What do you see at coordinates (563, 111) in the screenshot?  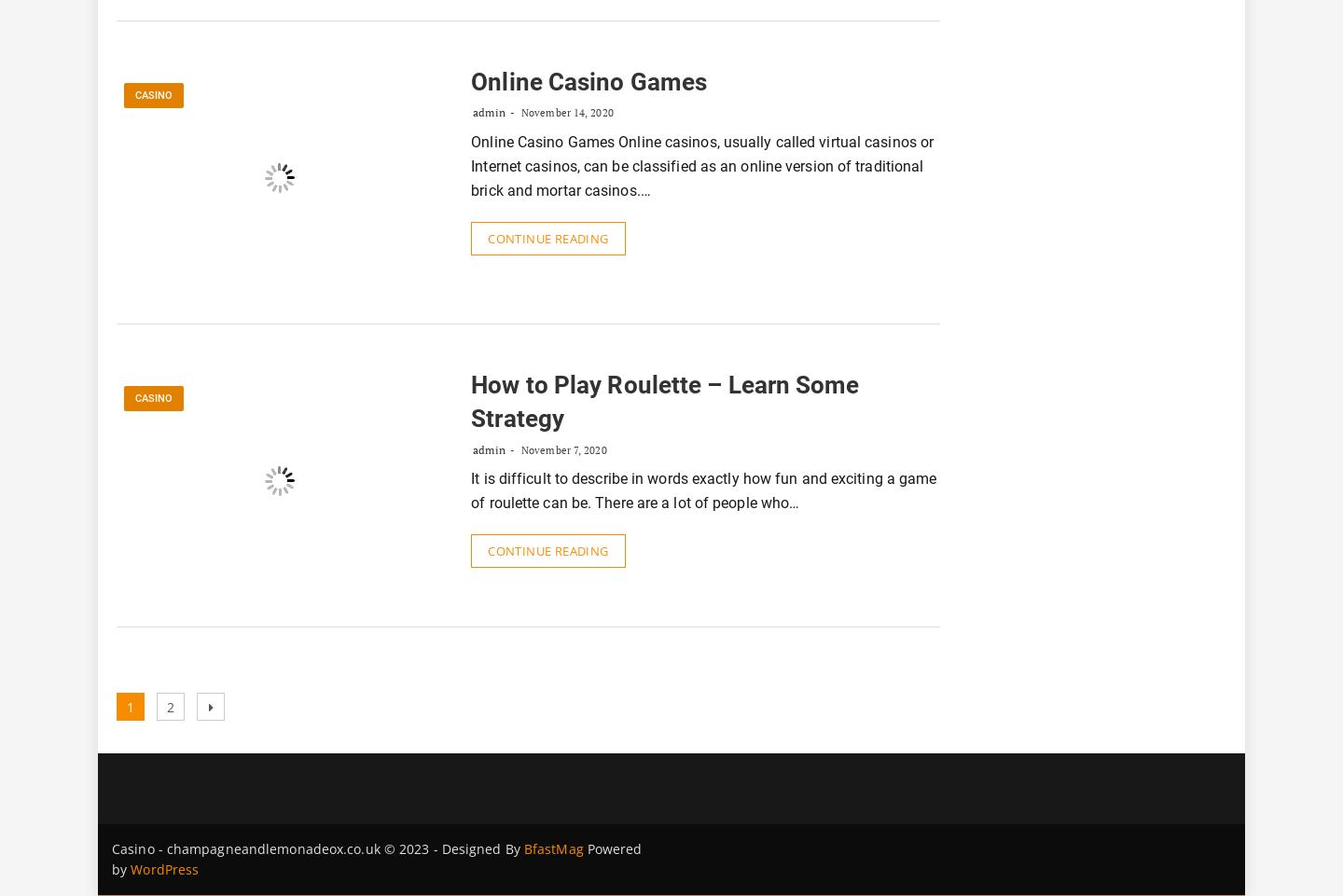 I see `'November 14, 2020'` at bounding box center [563, 111].